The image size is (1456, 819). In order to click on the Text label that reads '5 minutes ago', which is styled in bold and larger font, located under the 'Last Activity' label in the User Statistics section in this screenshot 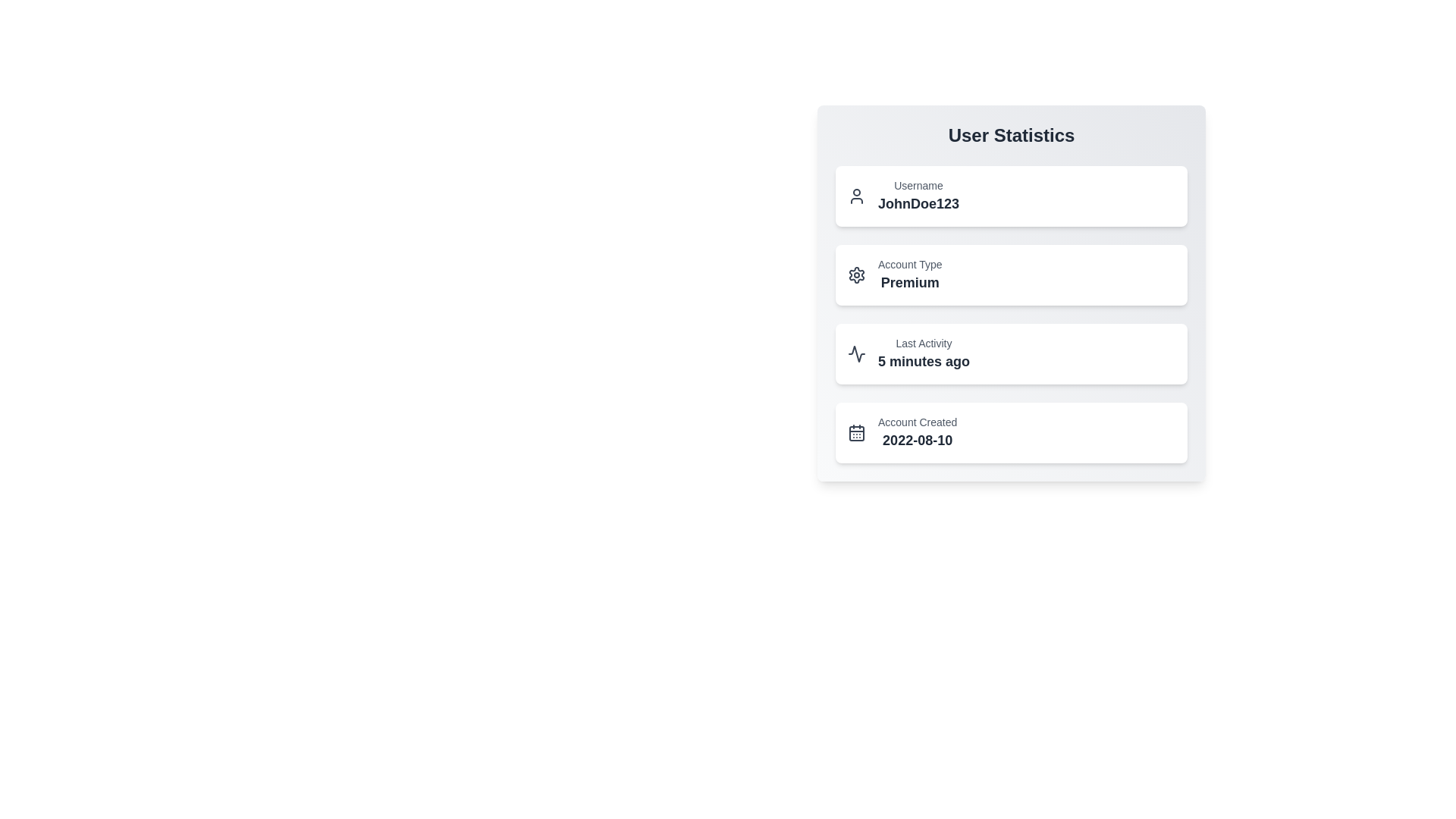, I will do `click(923, 362)`.